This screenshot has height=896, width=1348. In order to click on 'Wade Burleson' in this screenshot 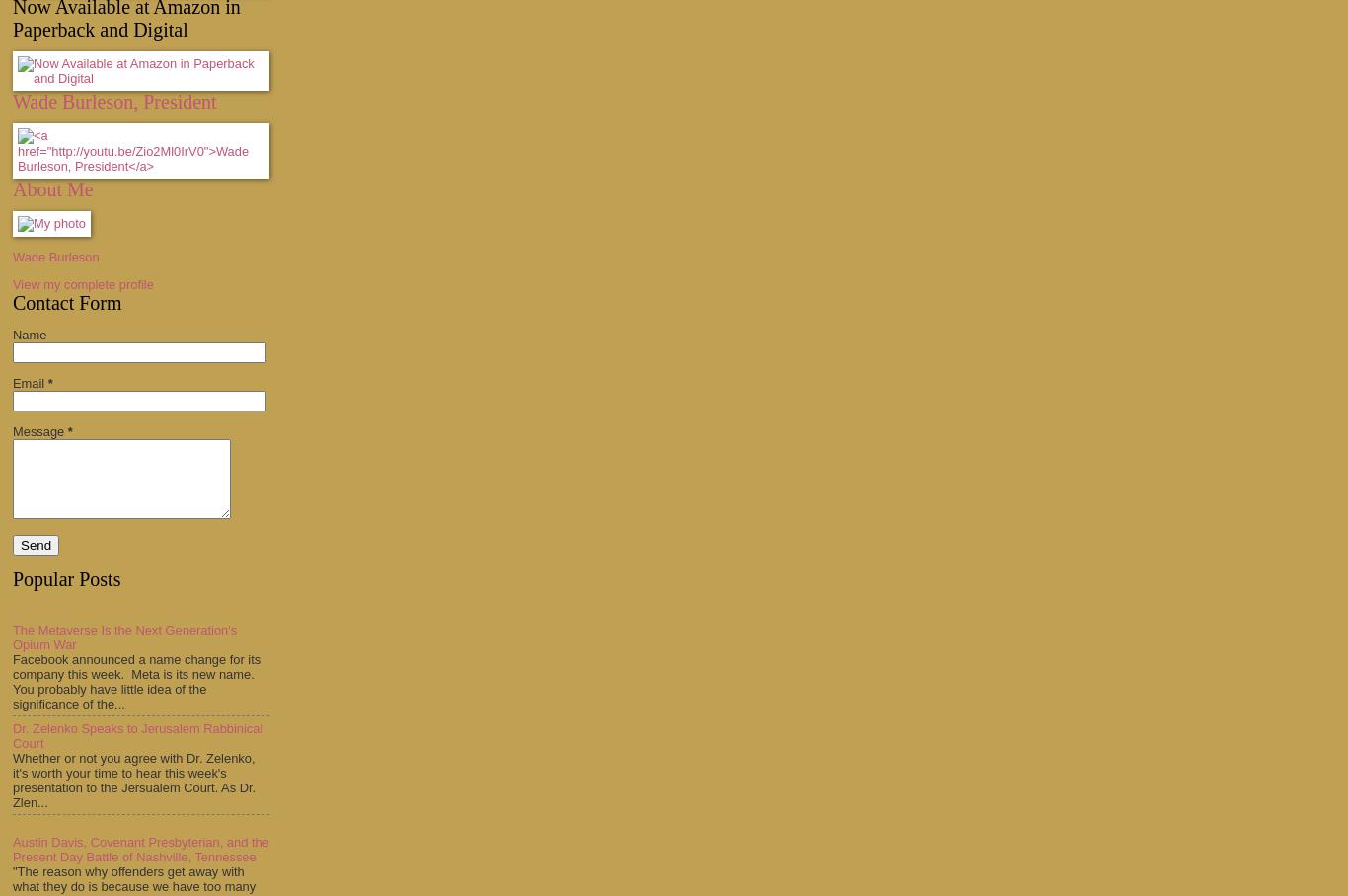, I will do `click(55, 256)`.